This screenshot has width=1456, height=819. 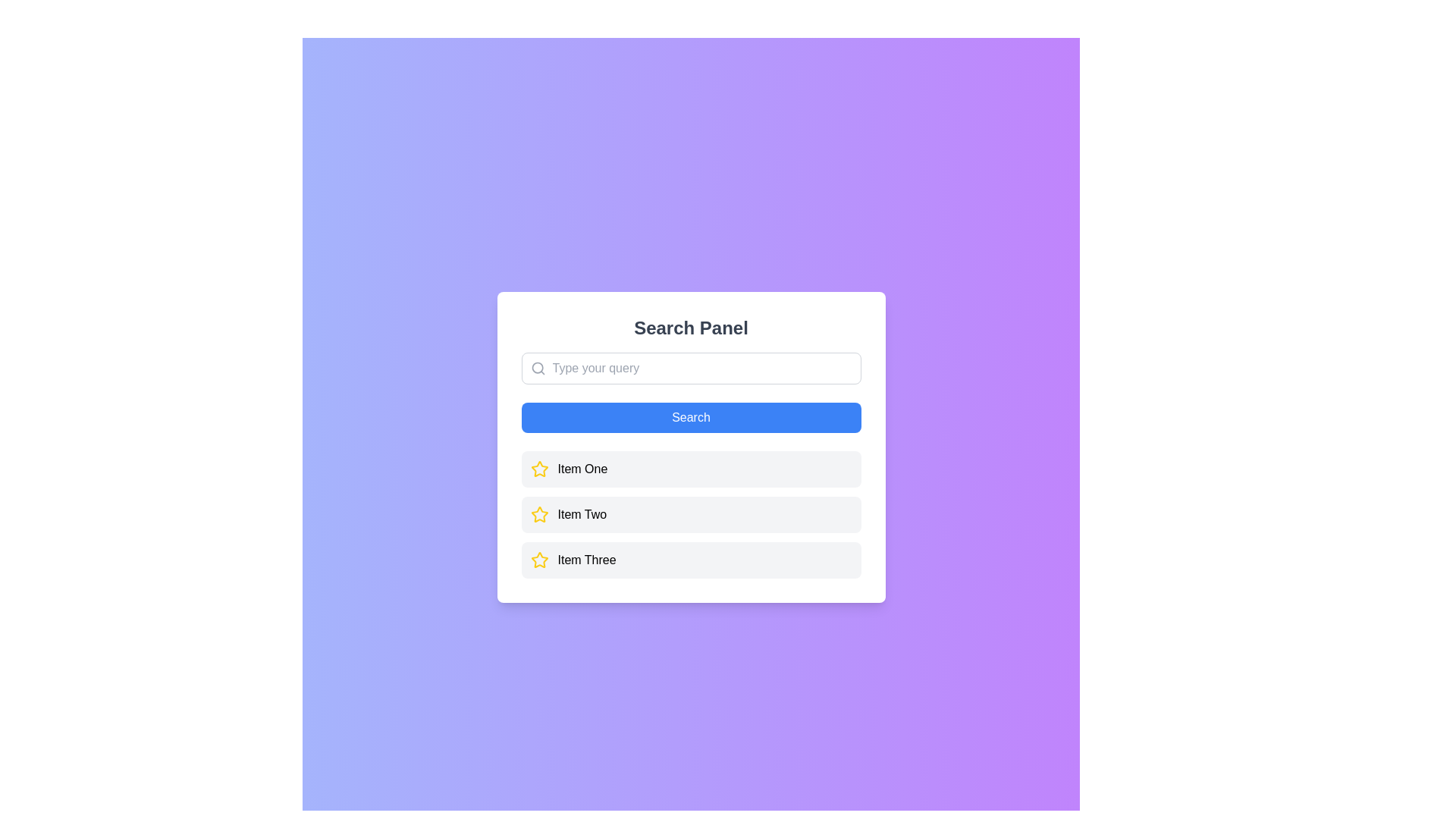 I want to click on the star-shaped icon with a yellow outline, located, so click(x=539, y=560).